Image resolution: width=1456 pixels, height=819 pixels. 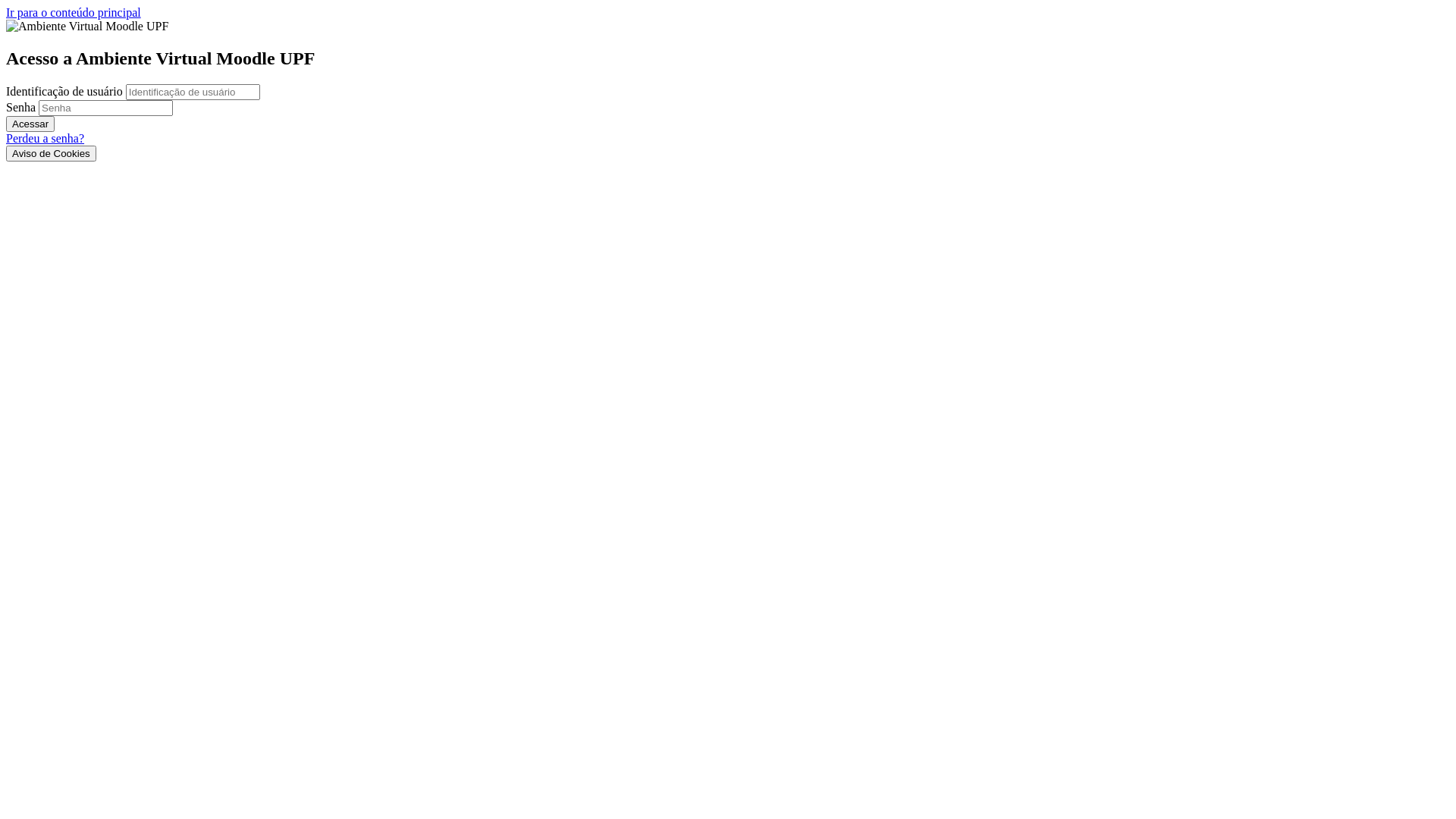 What do you see at coordinates (30, 123) in the screenshot?
I see `'Acessar'` at bounding box center [30, 123].